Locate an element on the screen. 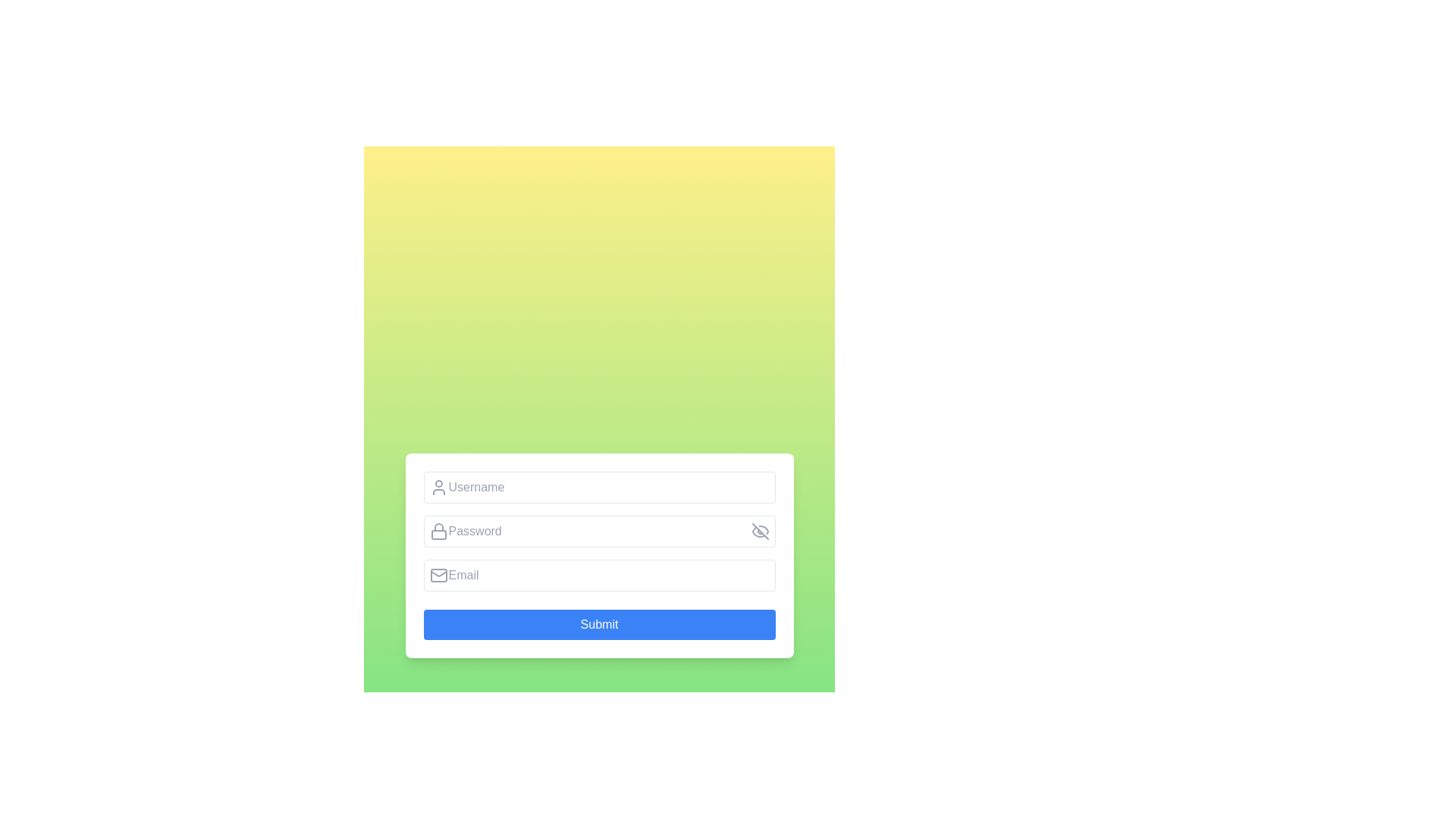  the lock icon located to the left of the 'Password' input field, indicating security or password input context is located at coordinates (438, 531).